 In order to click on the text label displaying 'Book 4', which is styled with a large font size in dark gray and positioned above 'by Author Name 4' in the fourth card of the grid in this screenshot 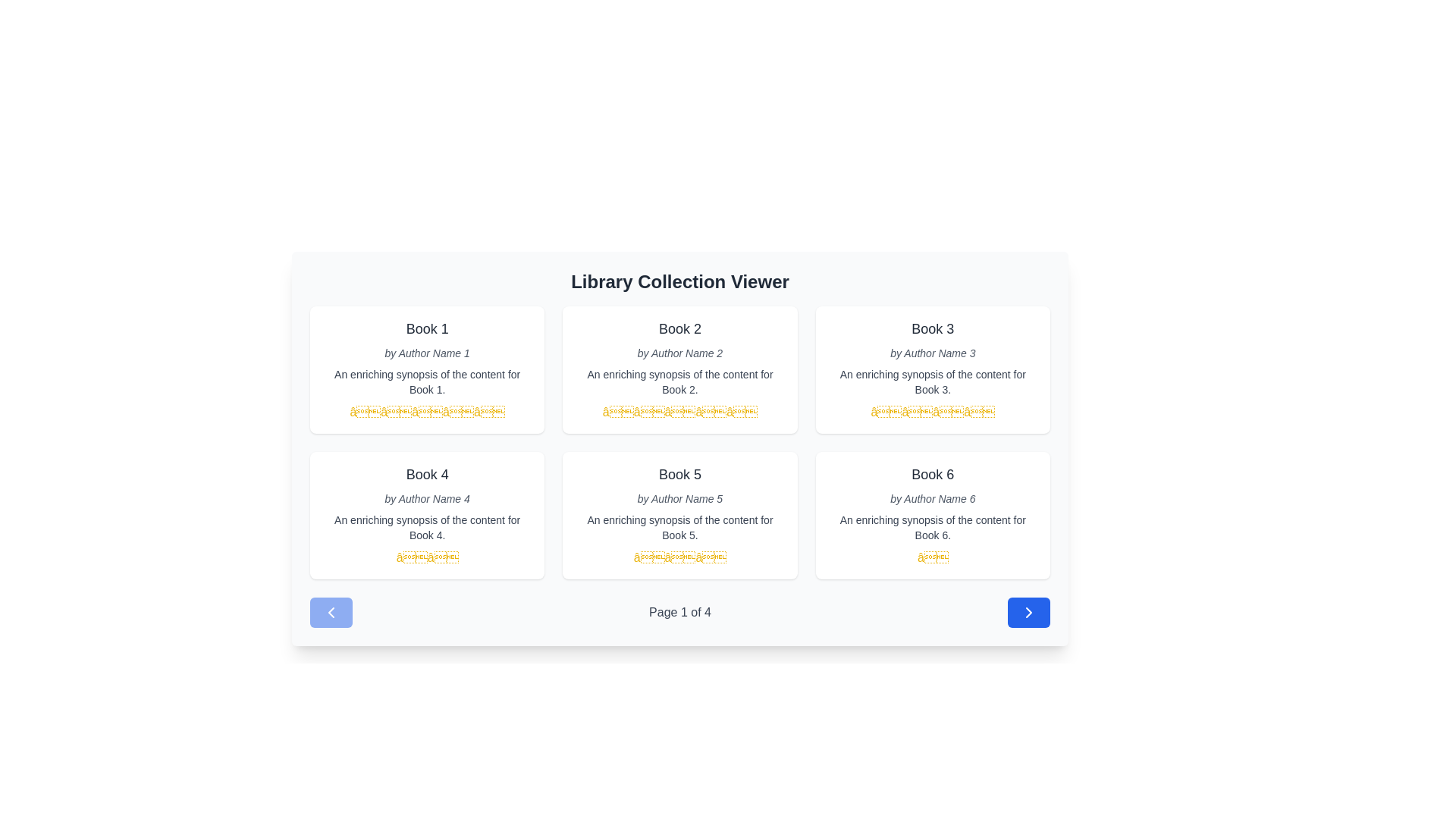, I will do `click(426, 473)`.